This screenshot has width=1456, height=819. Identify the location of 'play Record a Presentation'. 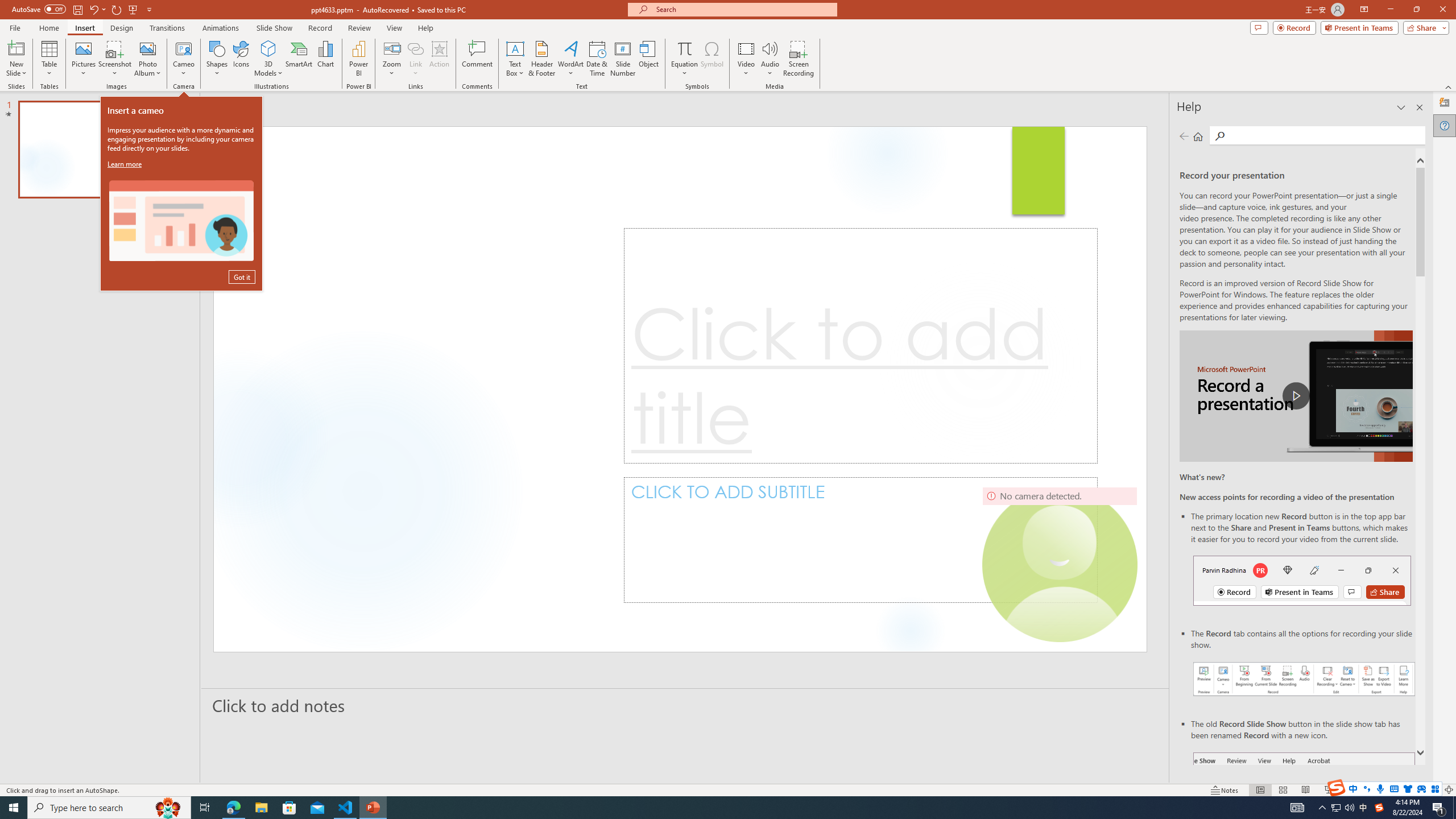
(1296, 396).